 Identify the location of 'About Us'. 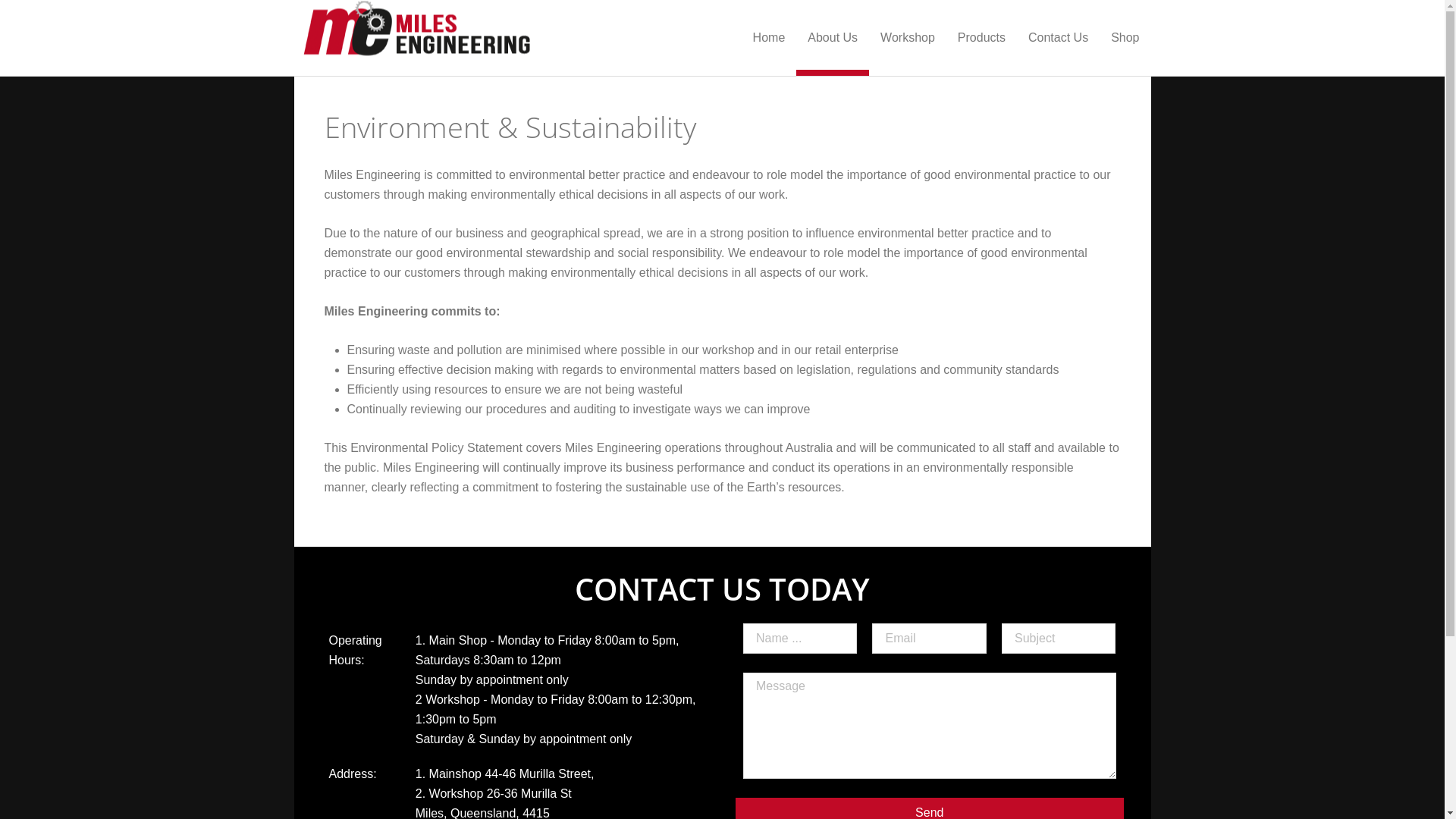
(832, 37).